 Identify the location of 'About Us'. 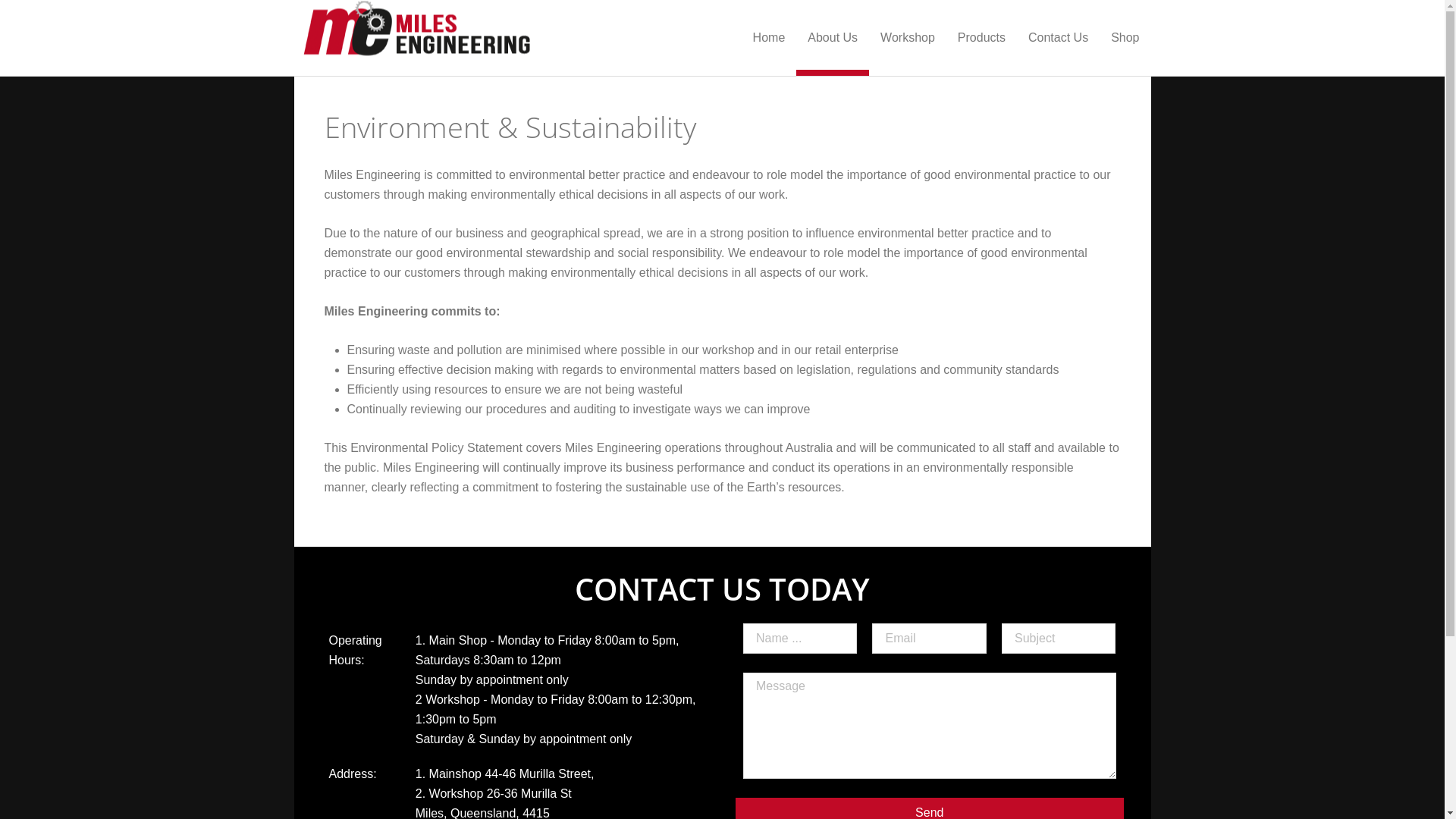
(832, 37).